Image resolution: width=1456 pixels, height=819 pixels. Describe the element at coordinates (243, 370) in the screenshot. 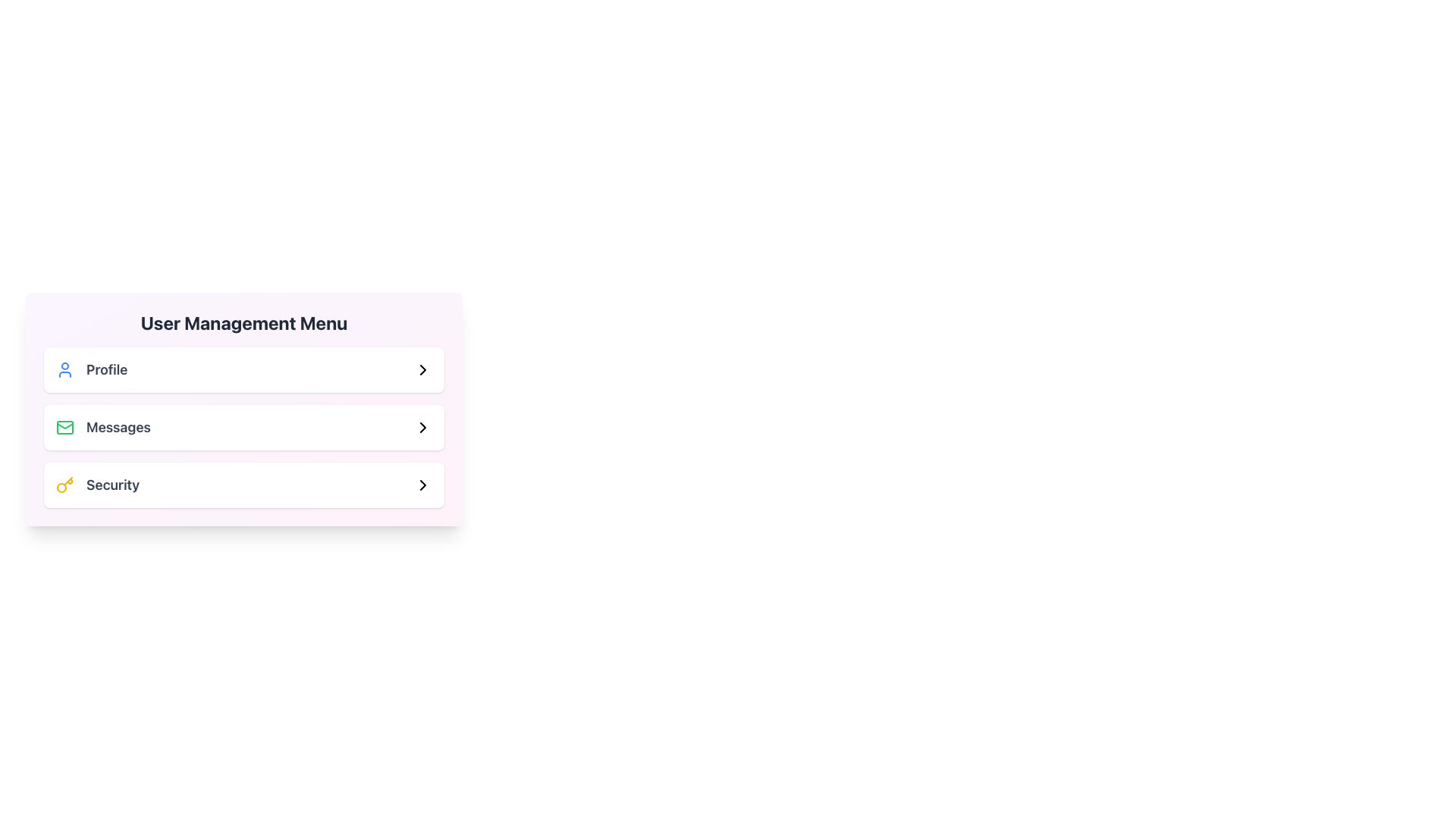

I see `the first button in the 'User Management Menu'` at that location.